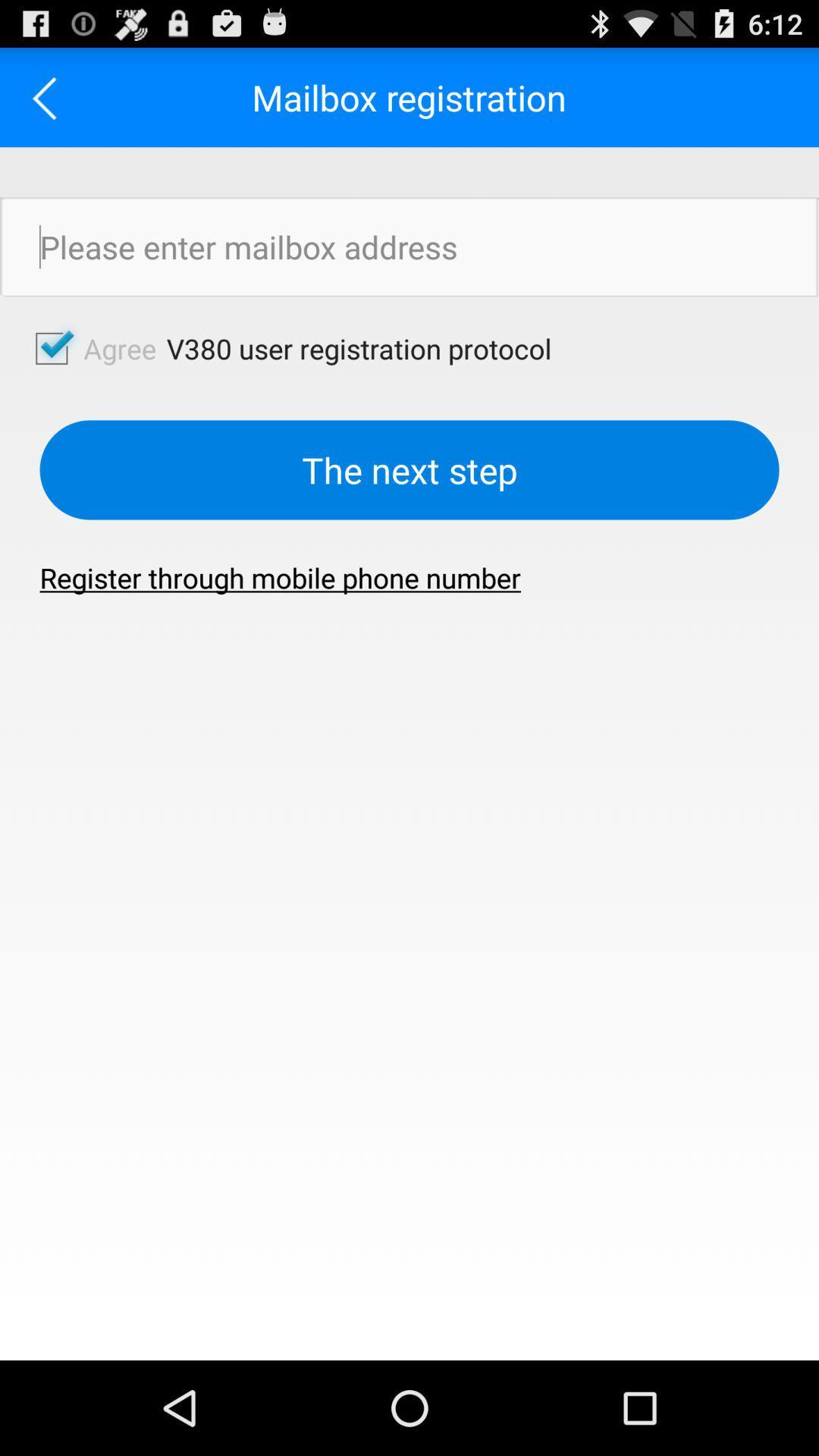  What do you see at coordinates (49, 103) in the screenshot?
I see `the arrow_backward icon` at bounding box center [49, 103].